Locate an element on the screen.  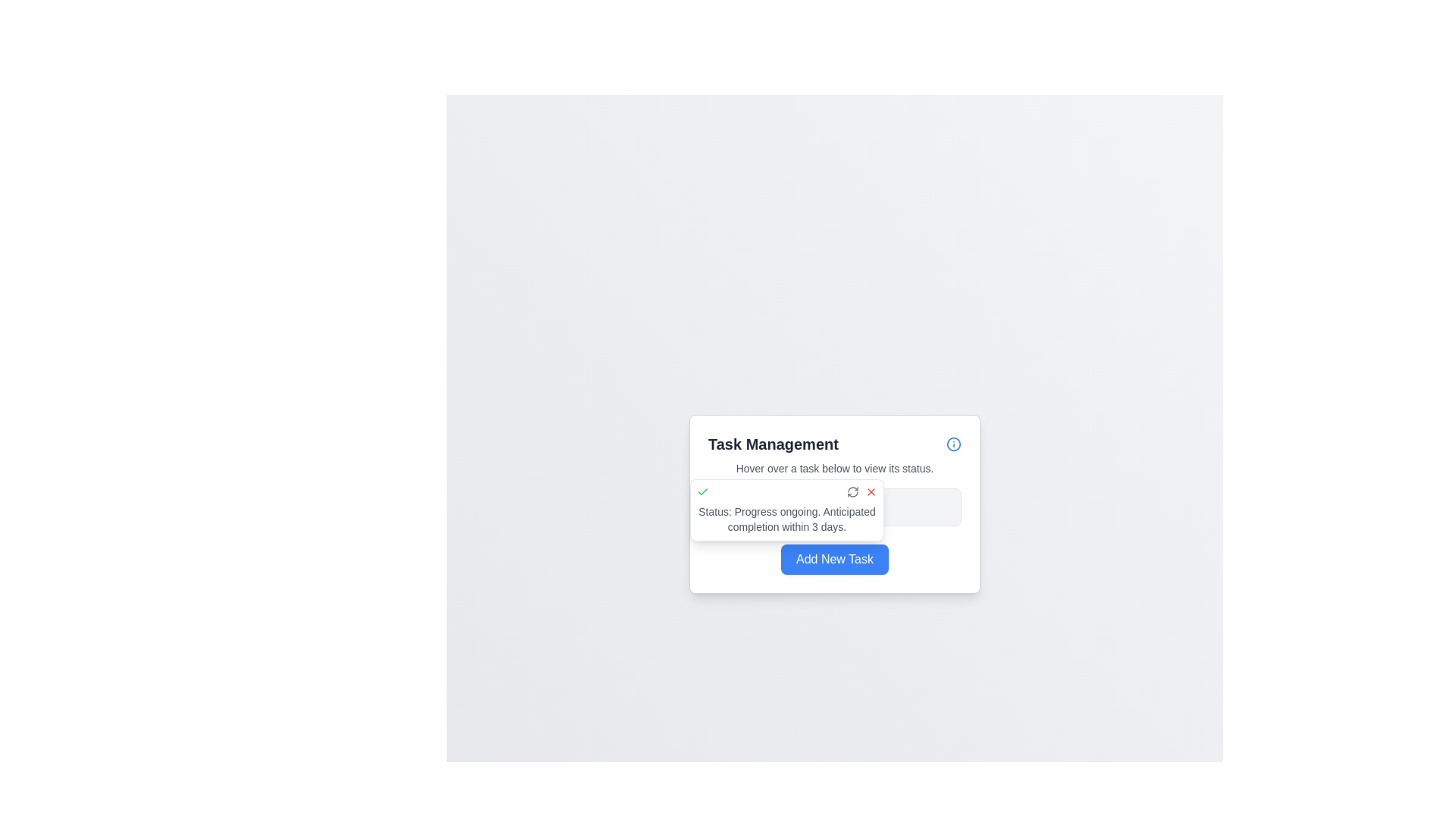
the first icon that signifies a 'completed' or 'success' state, located at the top-left corner of its group, to the left of the circular refresh icon and the 'close' icon is located at coordinates (701, 491).